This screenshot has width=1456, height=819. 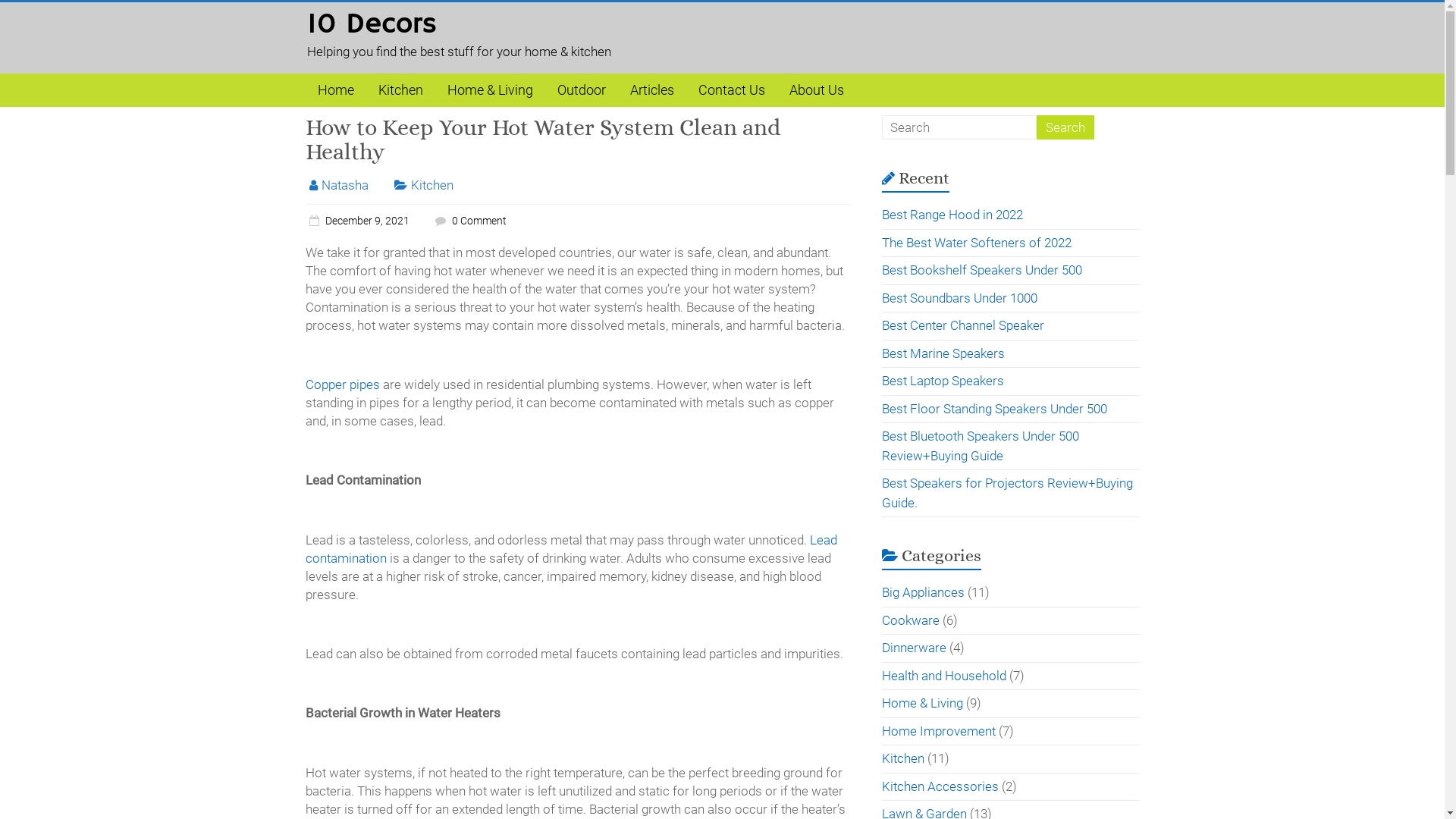 What do you see at coordinates (1007, 493) in the screenshot?
I see `'Best Speakers for Projectors Review+Buying Guide.'` at bounding box center [1007, 493].